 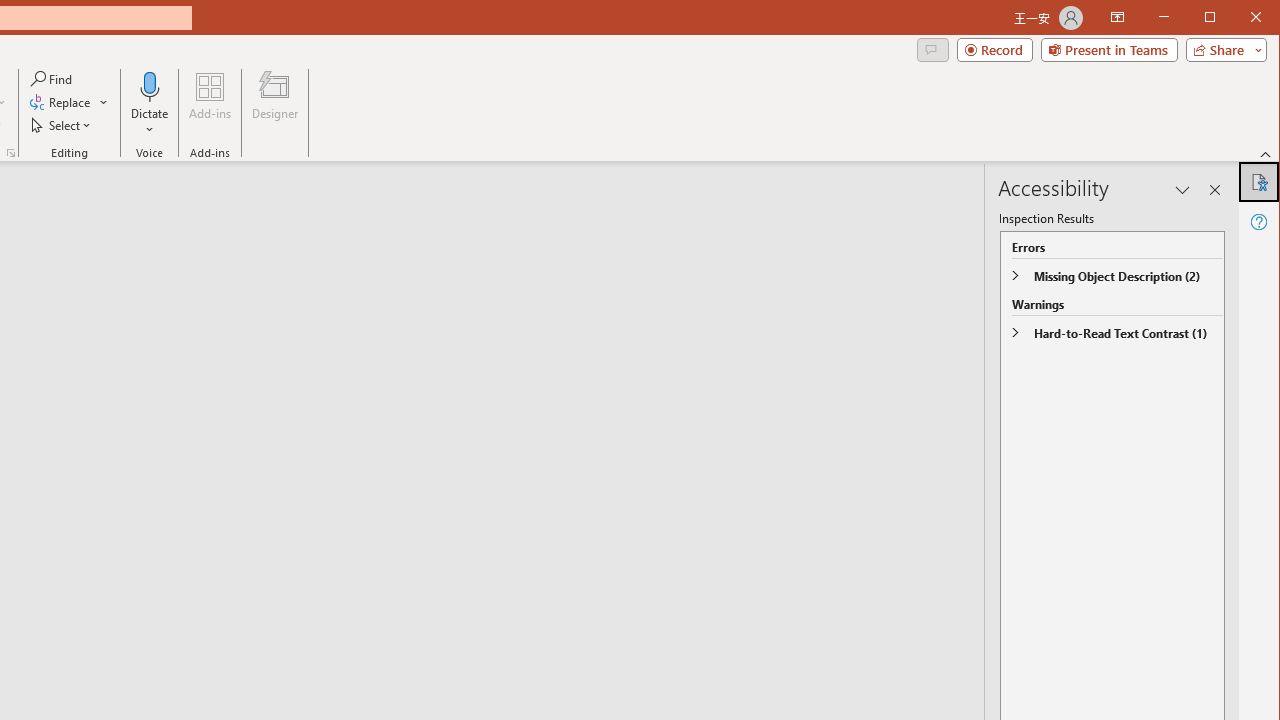 What do you see at coordinates (1238, 19) in the screenshot?
I see `'Maximize'` at bounding box center [1238, 19].